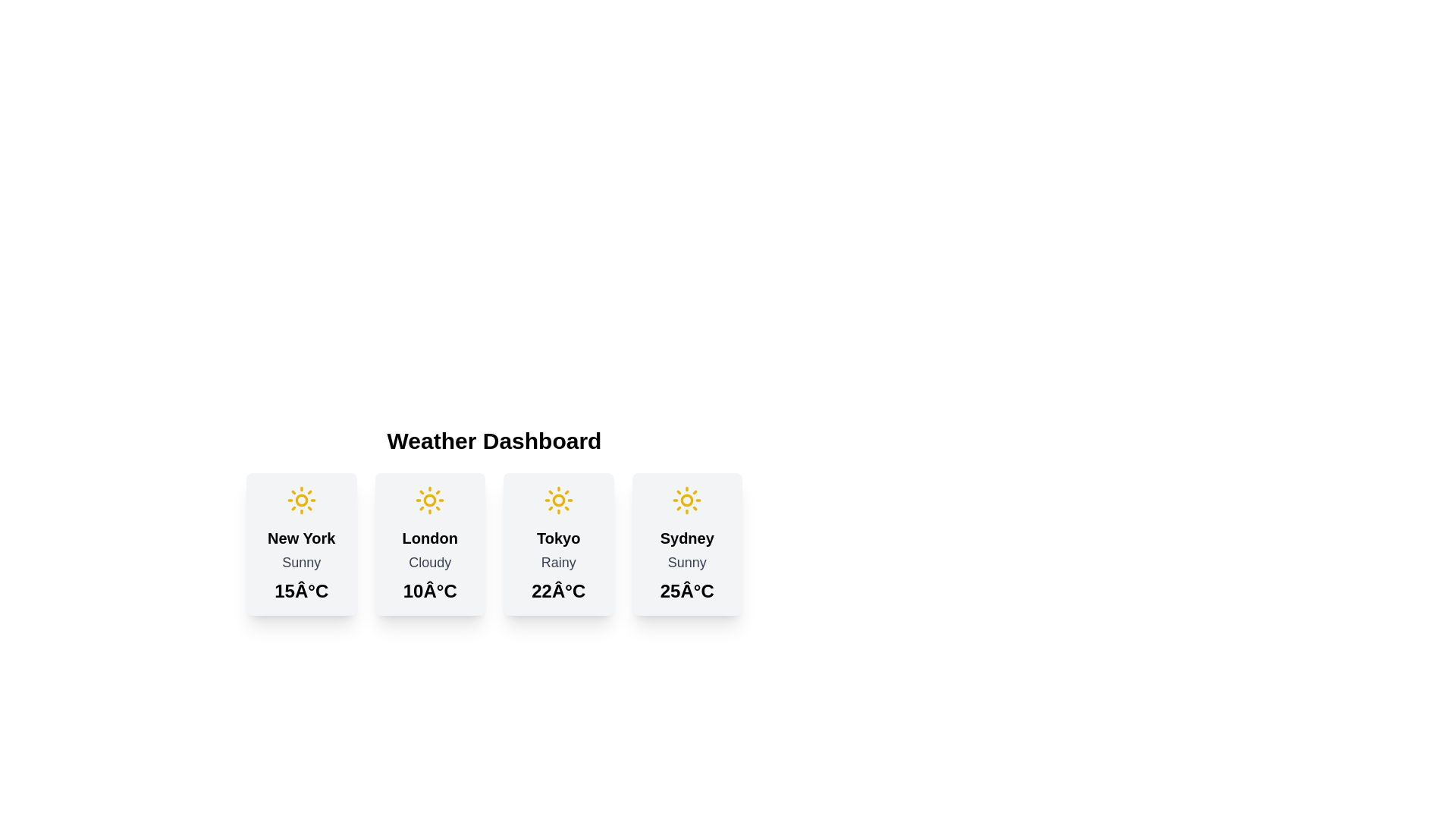 The height and width of the screenshot is (819, 1456). What do you see at coordinates (429, 500) in the screenshot?
I see `the sunny weather icon representing 'London' in the Weather Dashboard interface` at bounding box center [429, 500].